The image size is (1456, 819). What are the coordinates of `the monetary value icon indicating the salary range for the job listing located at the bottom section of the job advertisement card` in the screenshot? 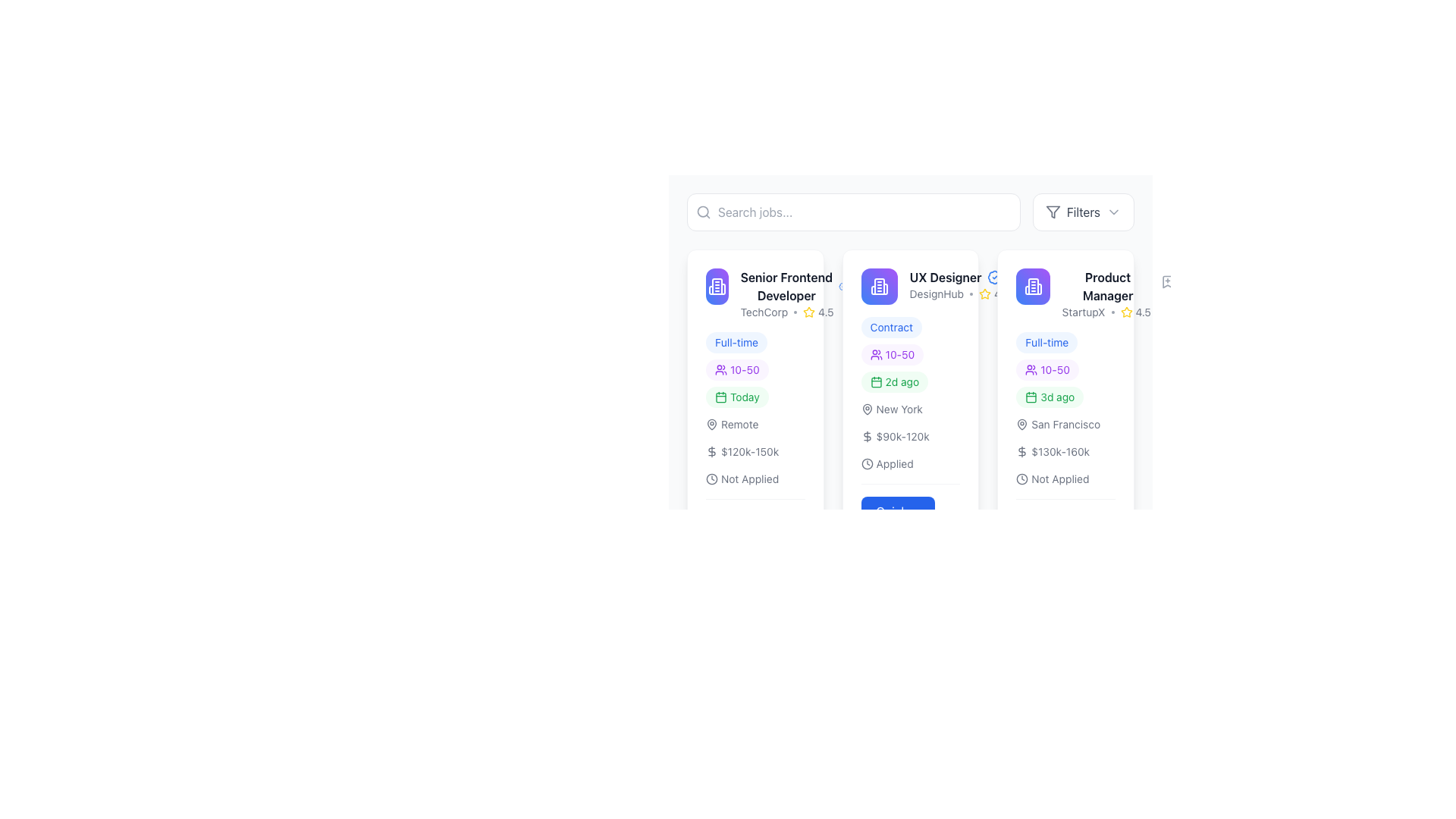 It's located at (711, 451).